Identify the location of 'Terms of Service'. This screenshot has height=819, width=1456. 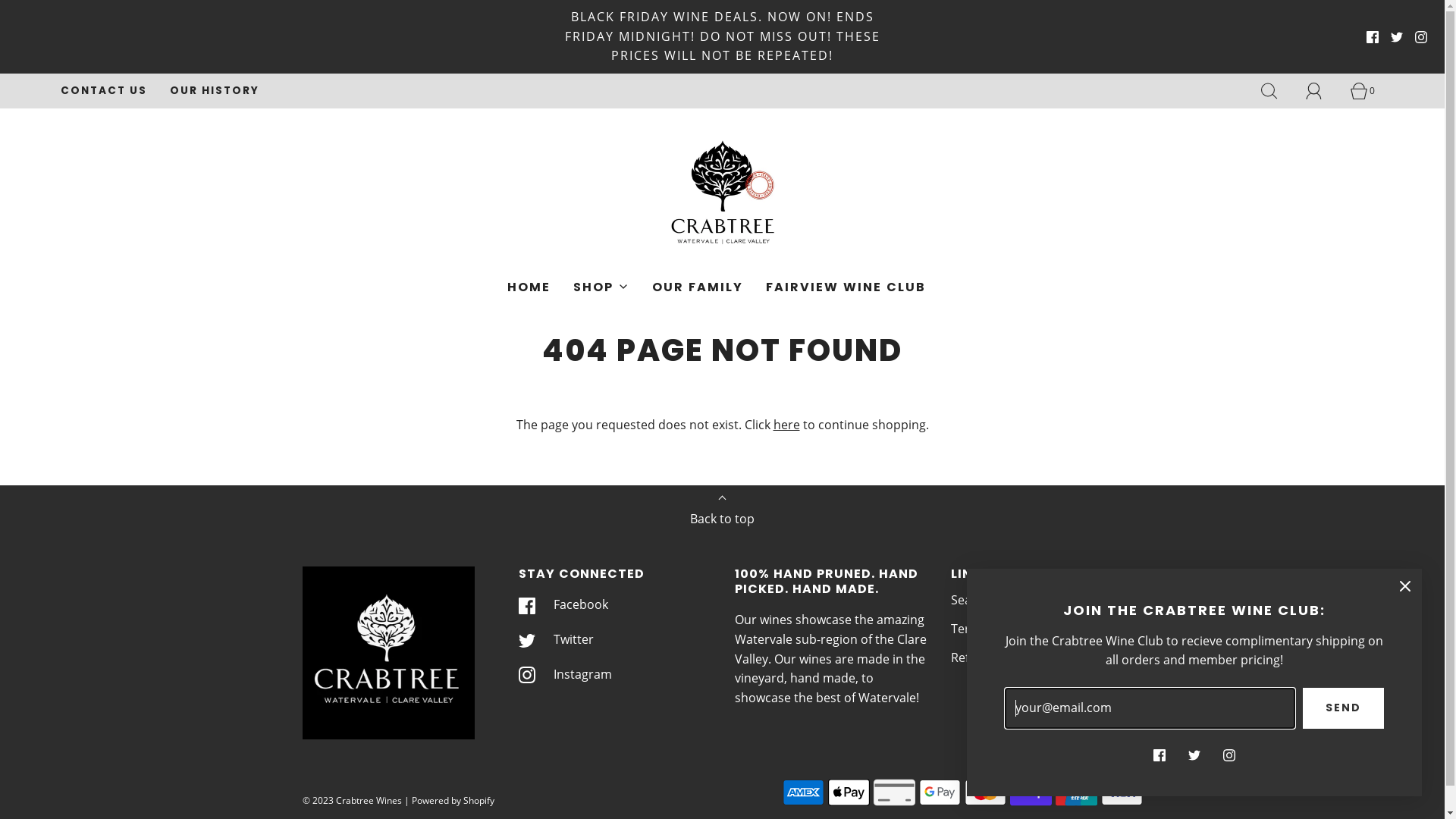
(949, 629).